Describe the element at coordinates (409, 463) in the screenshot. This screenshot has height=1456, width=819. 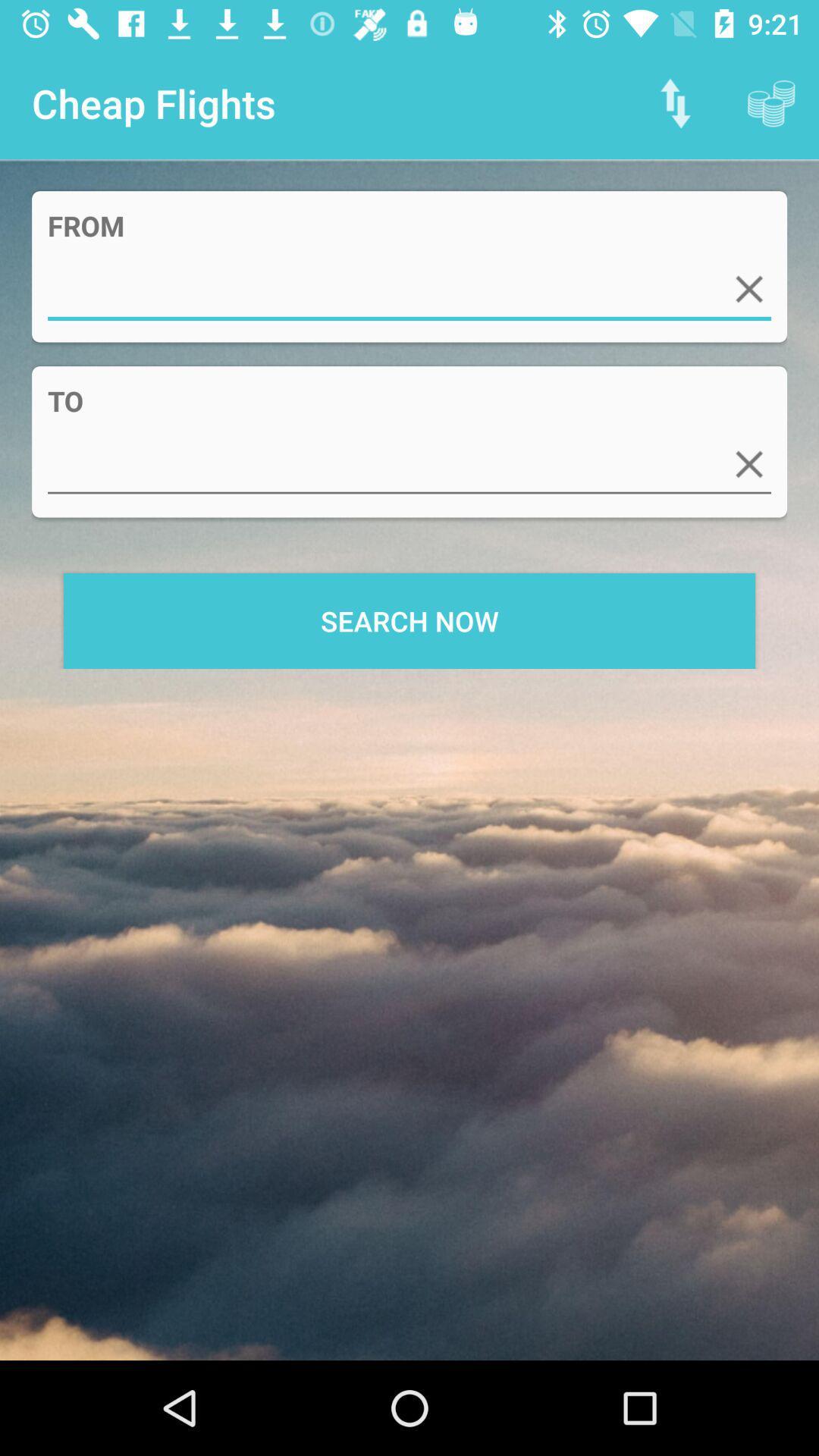
I see `item below to` at that location.